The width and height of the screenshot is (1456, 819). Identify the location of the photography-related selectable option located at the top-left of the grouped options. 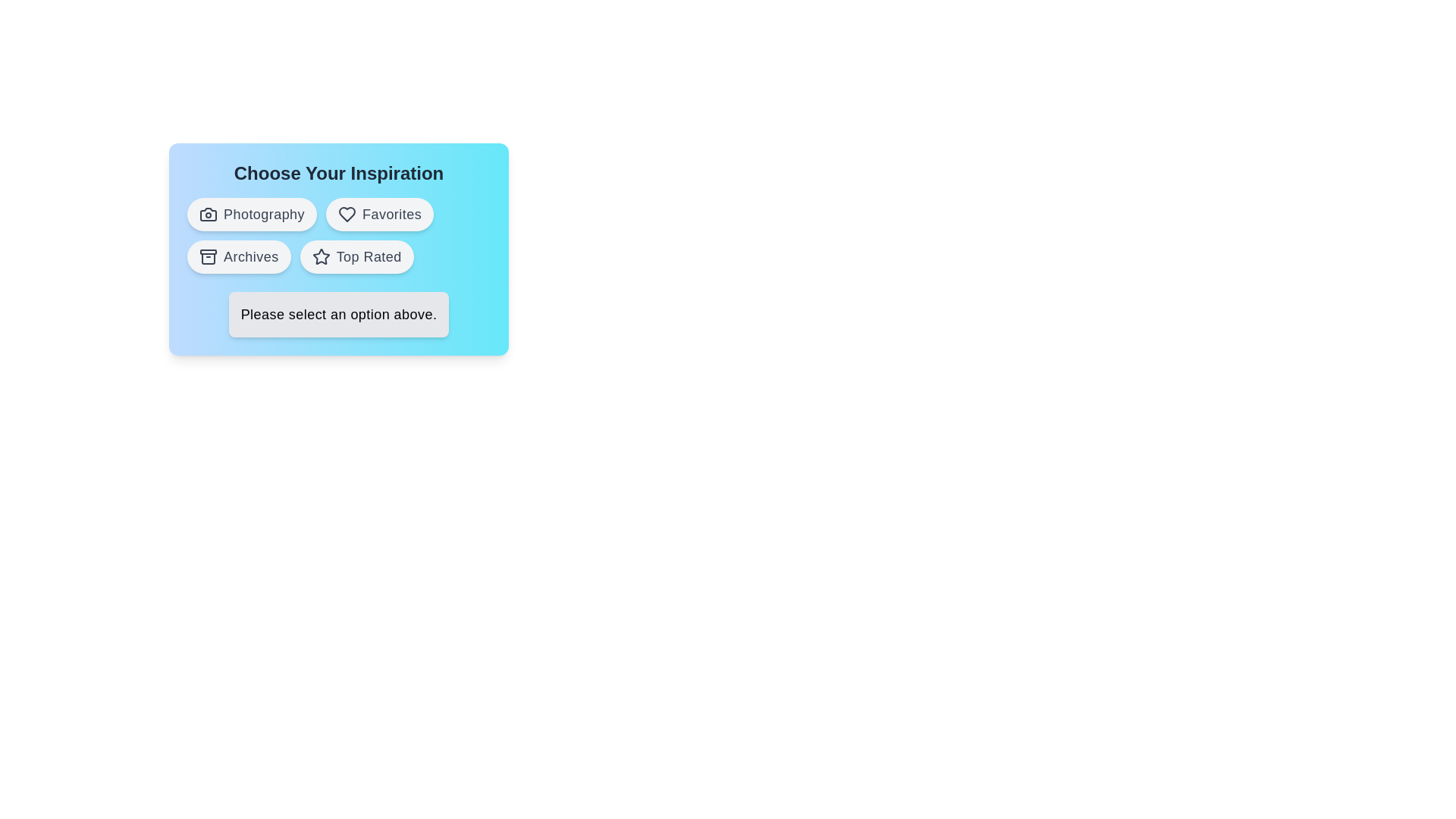
(252, 214).